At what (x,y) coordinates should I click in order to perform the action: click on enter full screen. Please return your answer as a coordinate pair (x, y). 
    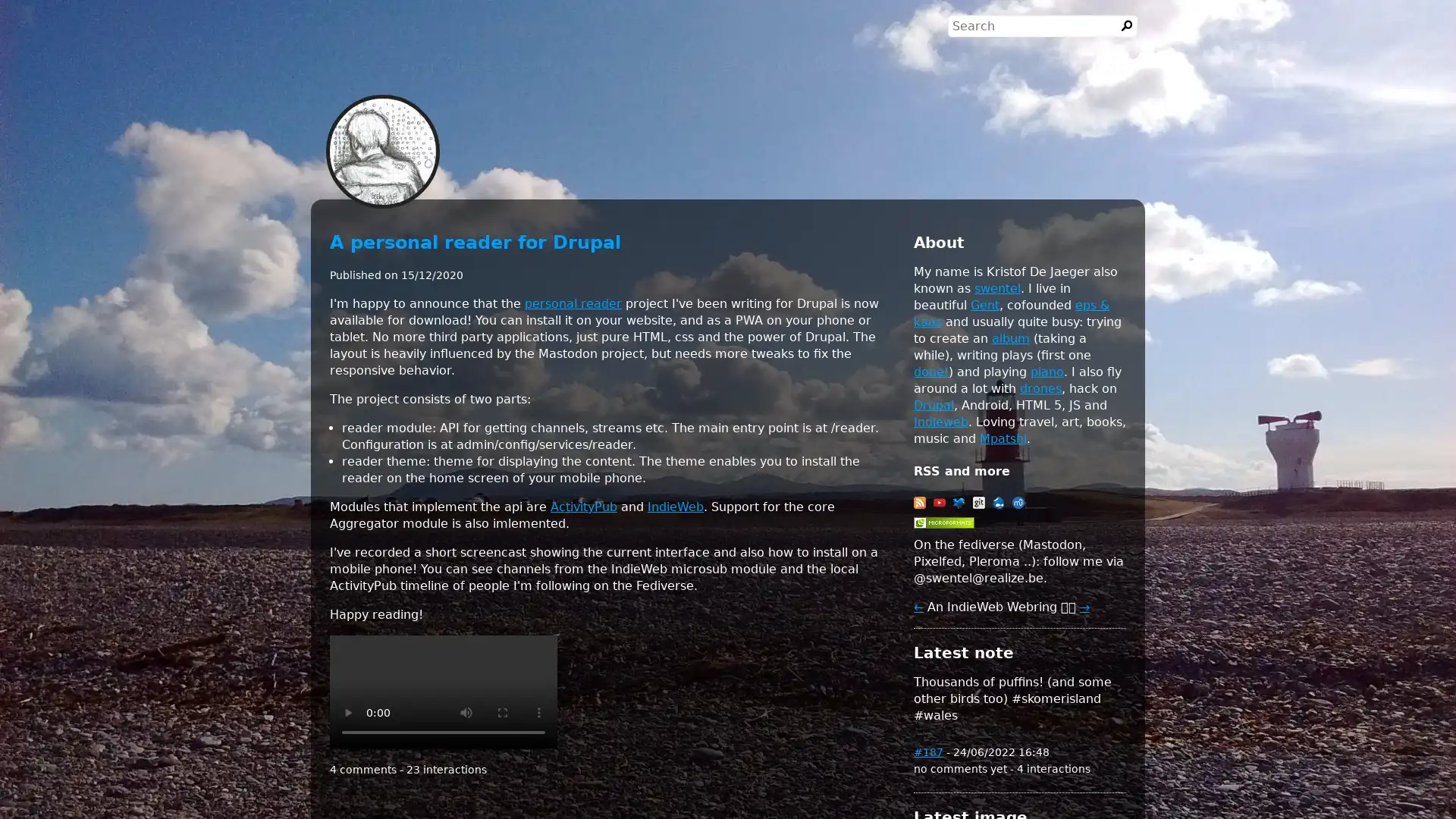
    Looking at the image, I should click on (502, 711).